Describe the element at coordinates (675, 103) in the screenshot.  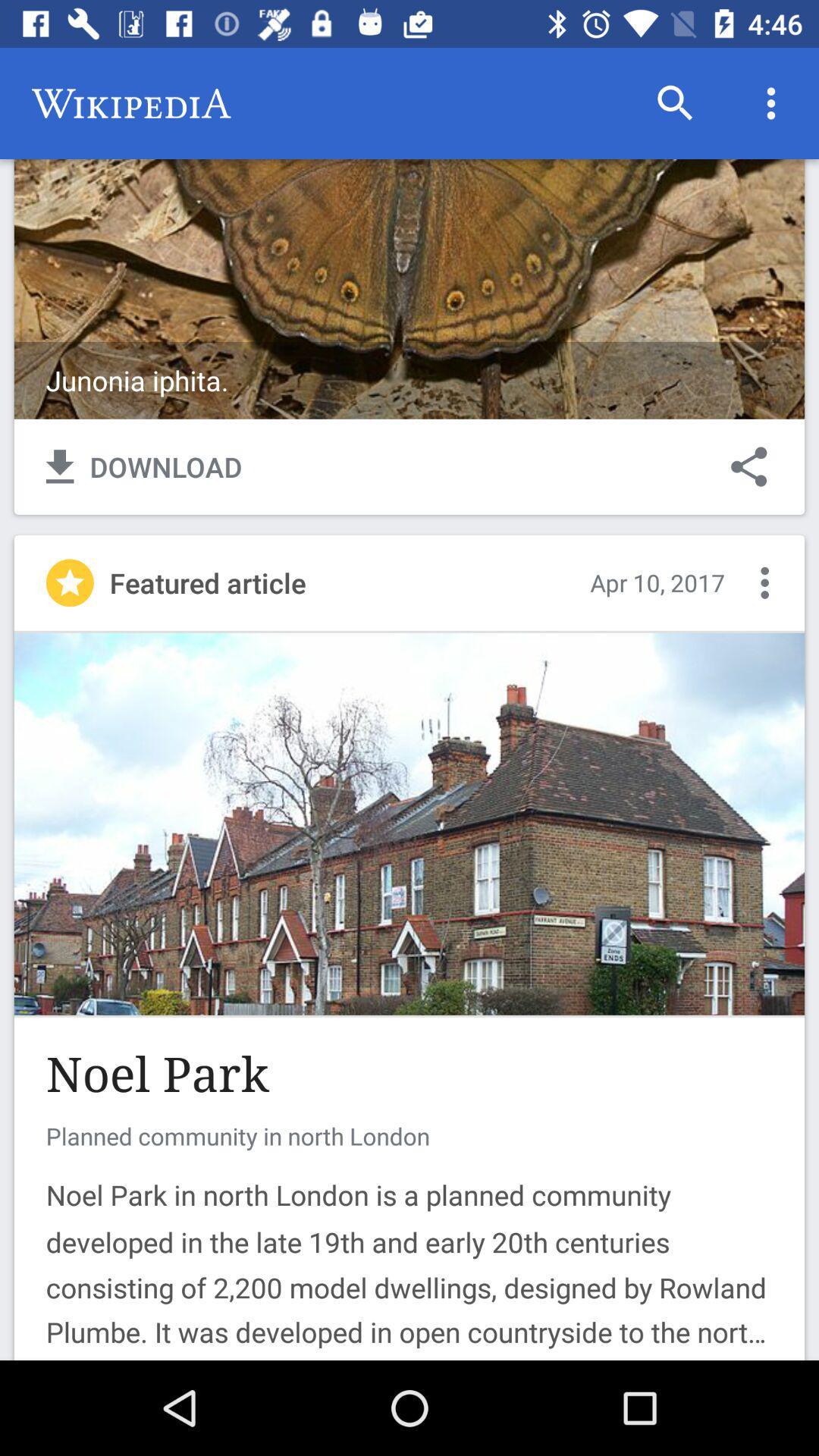
I see `the search button at top right` at that location.